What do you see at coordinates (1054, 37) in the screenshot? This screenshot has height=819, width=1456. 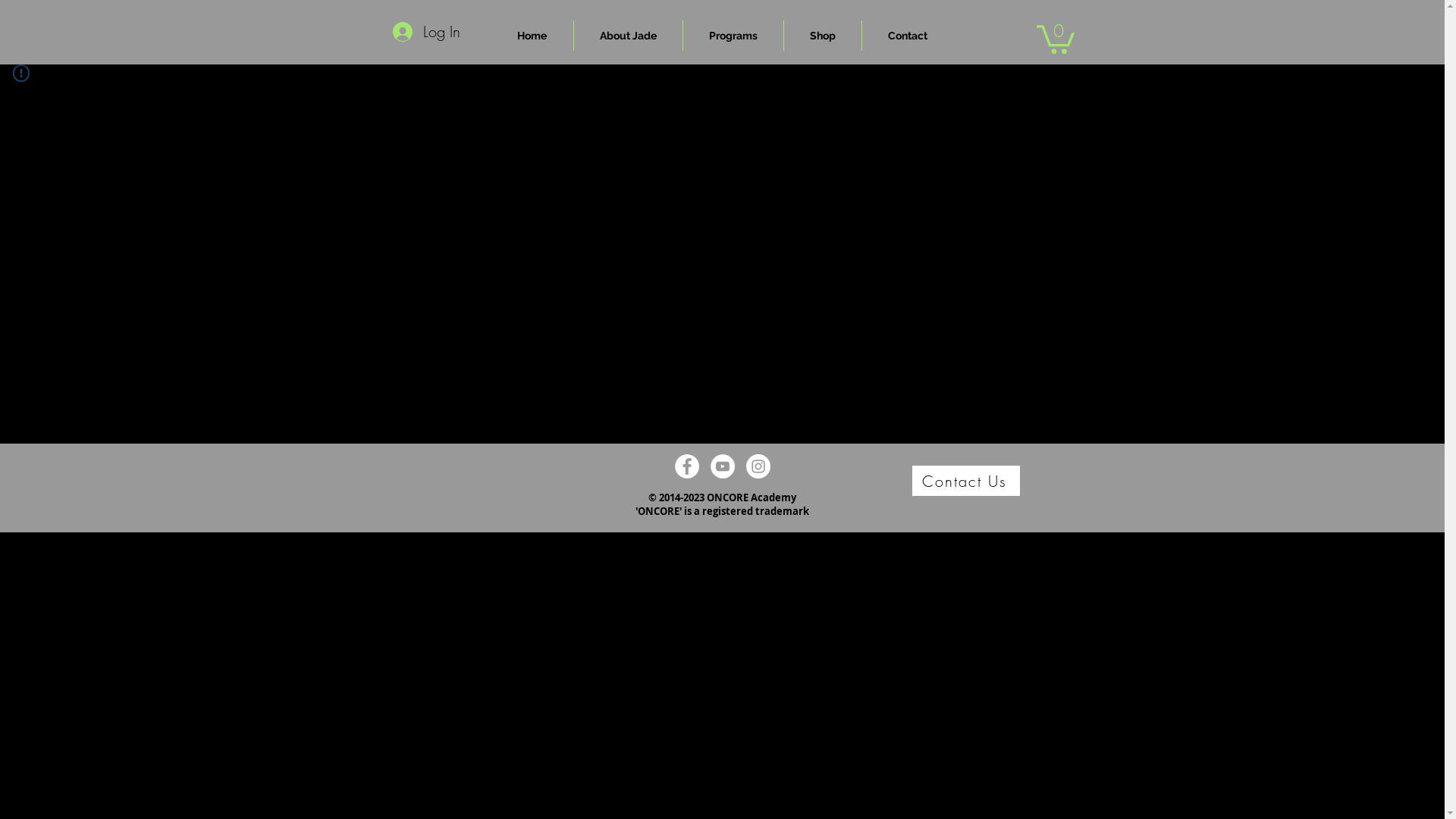 I see `'0'` at bounding box center [1054, 37].